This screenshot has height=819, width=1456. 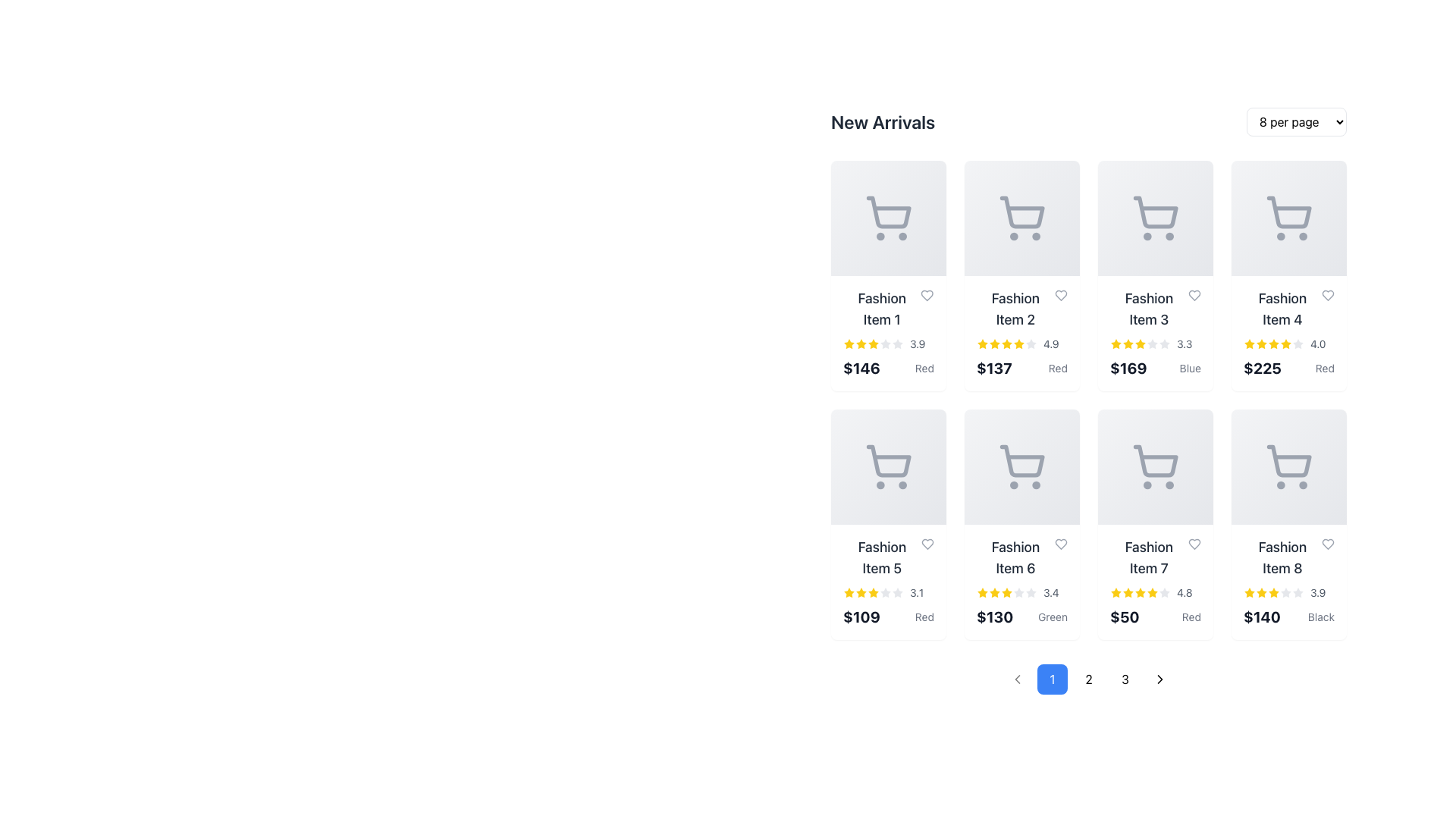 I want to click on the rating star icon located in the 'Fashion Item 8' card in the 'New Arrivals' grid to interact with the rating system, so click(x=1248, y=591).